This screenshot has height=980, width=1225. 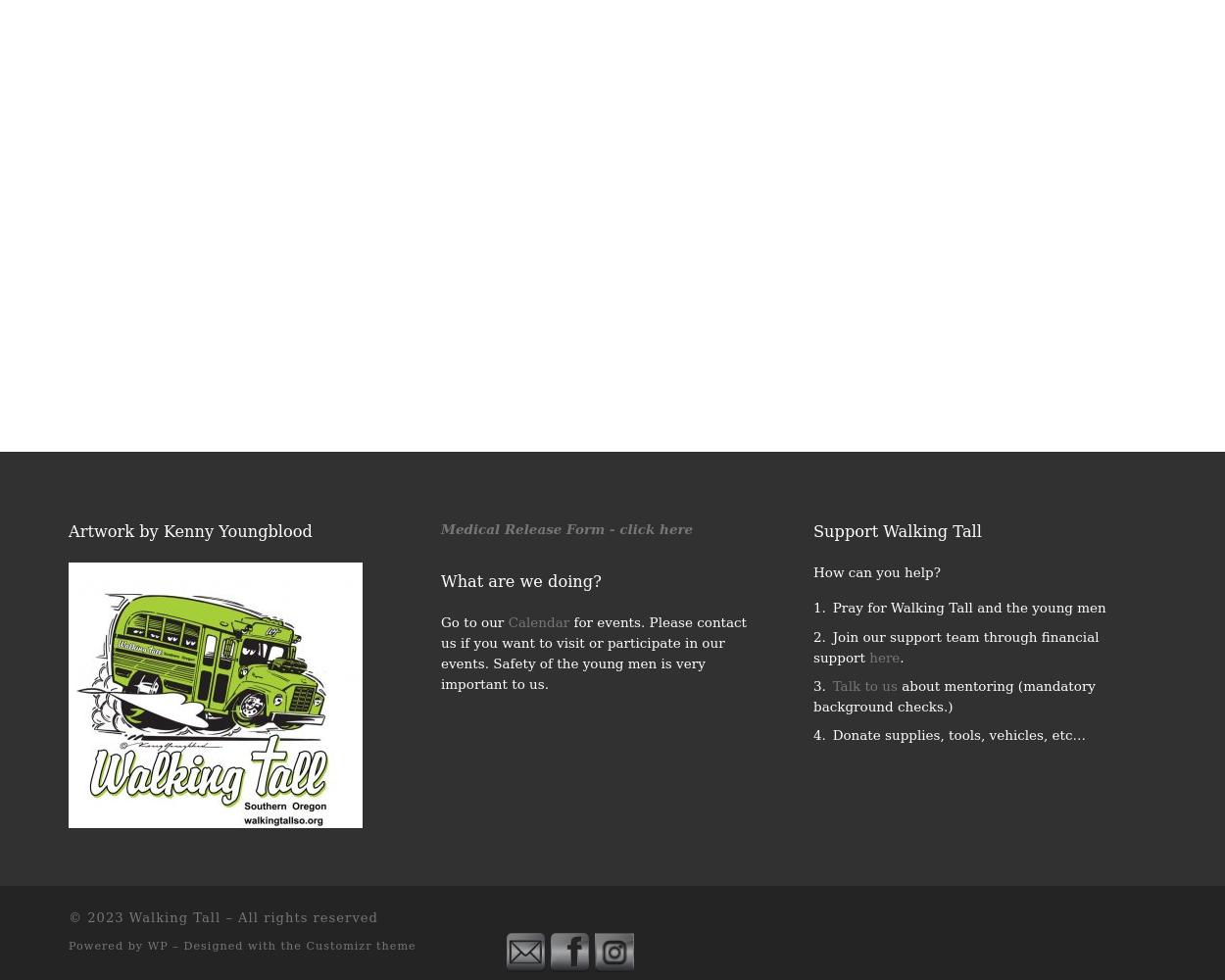 I want to click on '2016 Fishing and Camping Trip', so click(x=869, y=92).